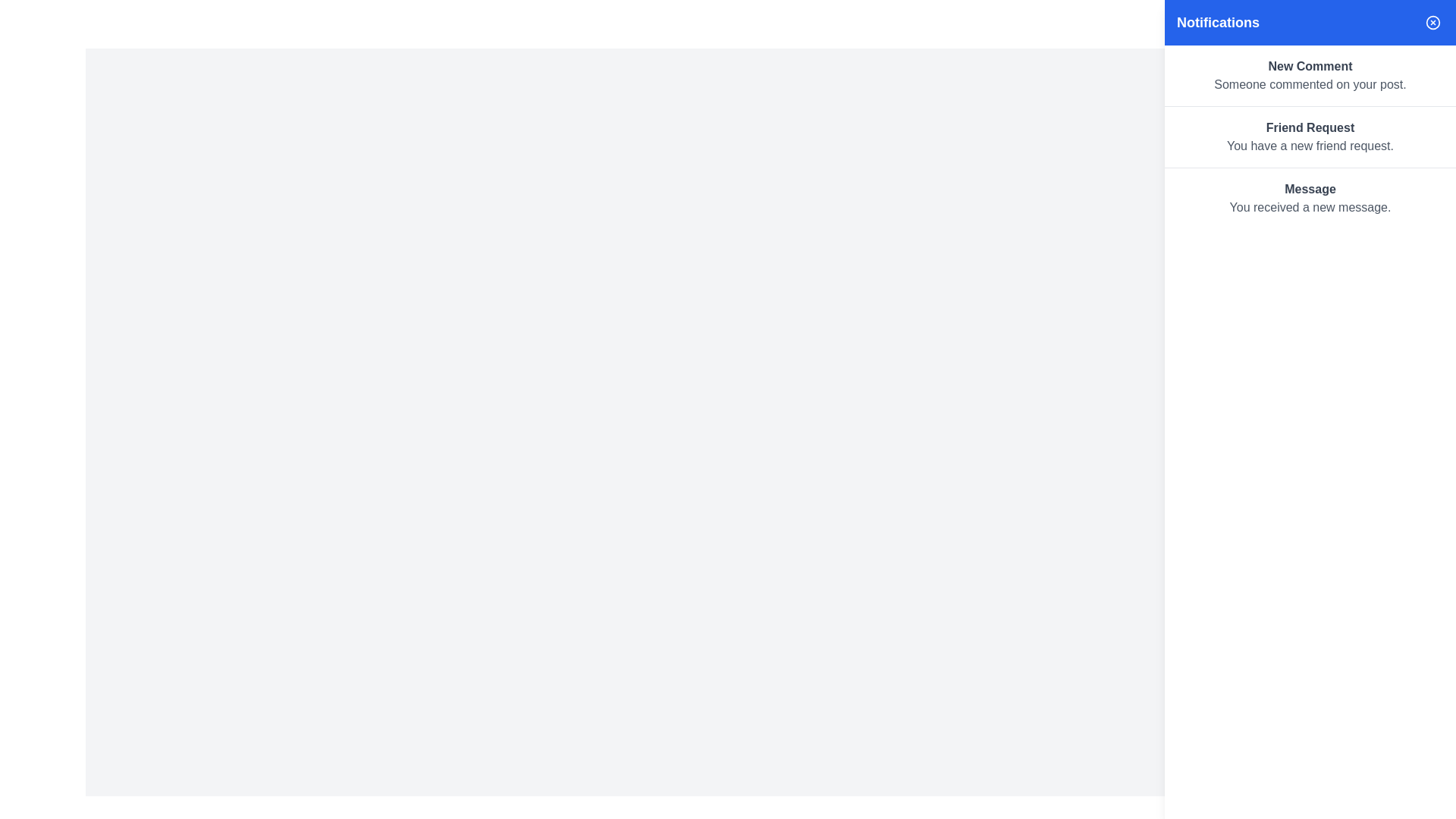 This screenshot has height=819, width=1456. Describe the element at coordinates (1218, 23) in the screenshot. I see `the 'Notifications' header label, which is styled in bold with a blue background and white font color, located at the top bar of the interface` at that location.